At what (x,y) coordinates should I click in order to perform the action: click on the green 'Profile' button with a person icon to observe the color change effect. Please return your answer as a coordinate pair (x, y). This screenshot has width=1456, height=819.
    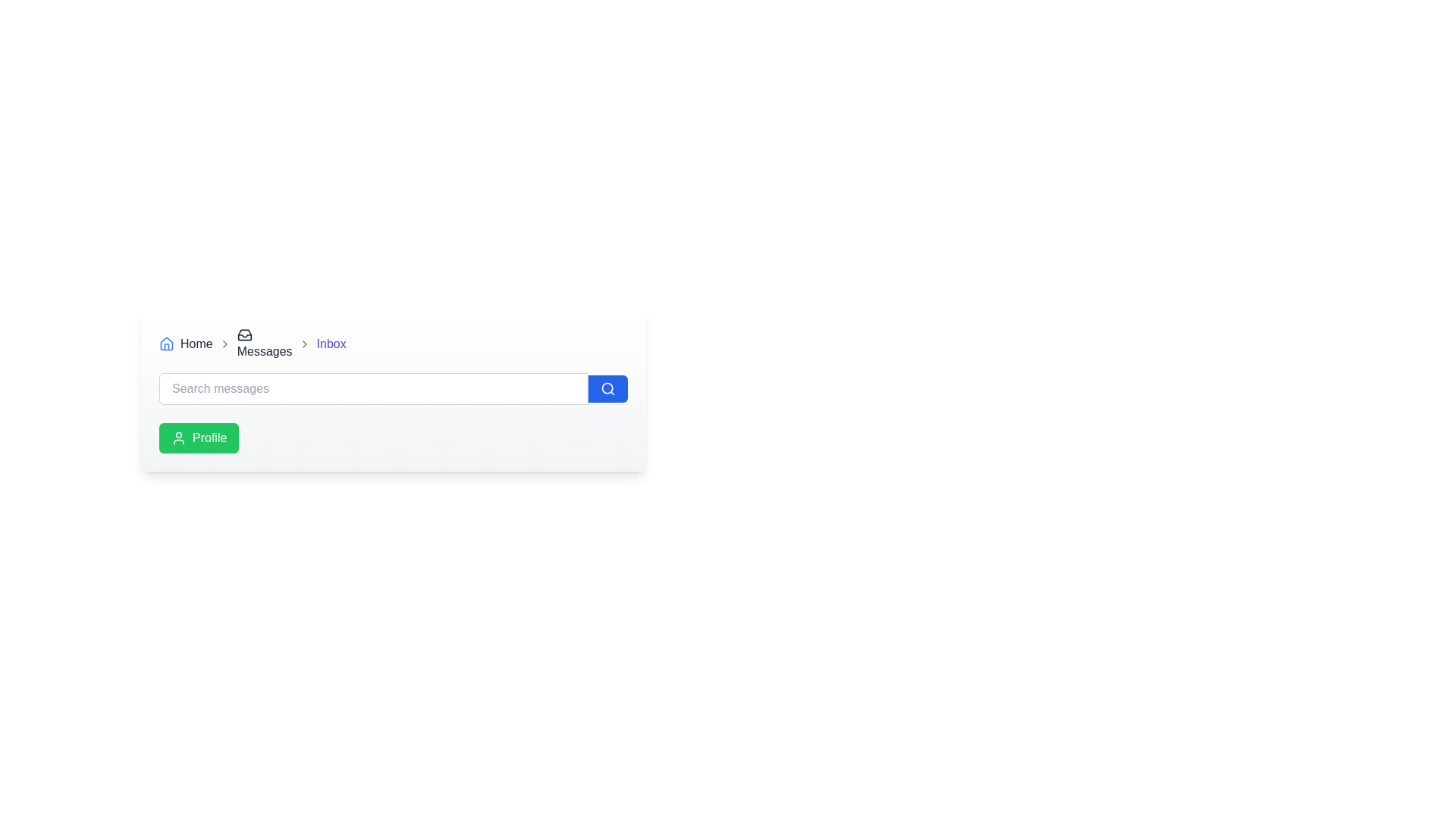
    Looking at the image, I should click on (198, 438).